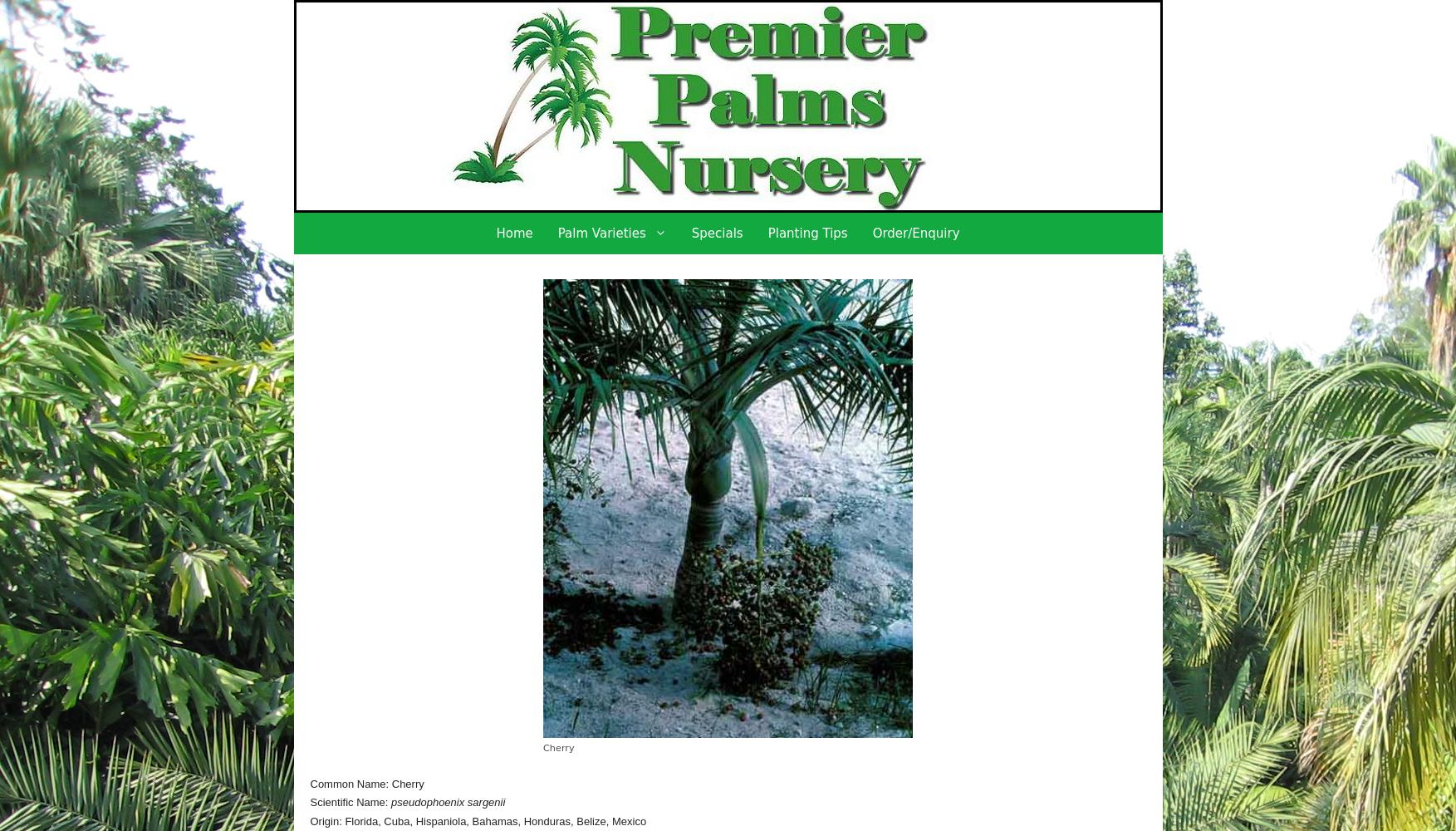  Describe the element at coordinates (365, 782) in the screenshot. I see `'Common Name: Cherry'` at that location.